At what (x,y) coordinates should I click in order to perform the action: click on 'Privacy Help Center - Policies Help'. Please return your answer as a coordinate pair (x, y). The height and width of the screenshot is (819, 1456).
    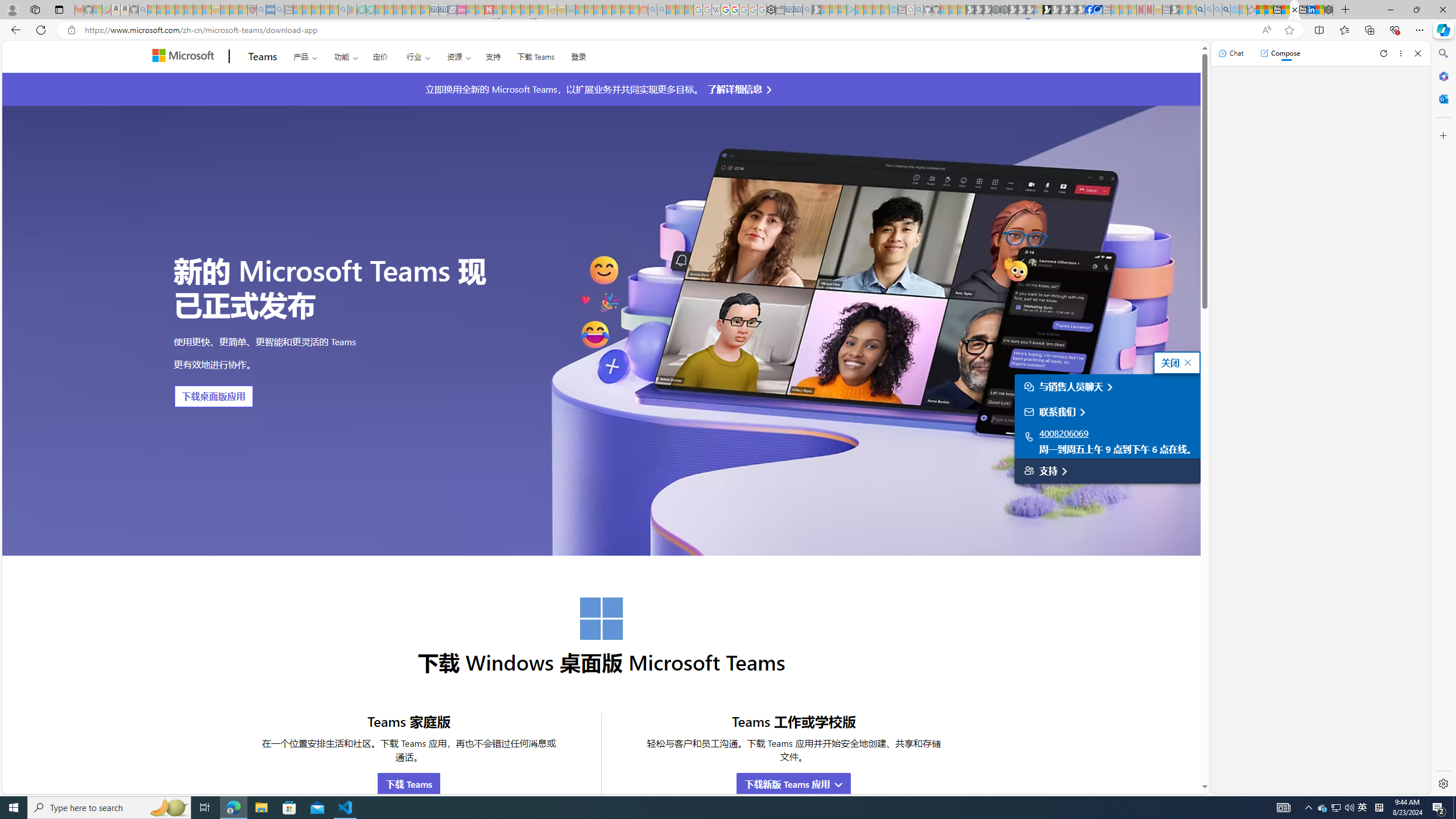
    Looking at the image, I should click on (725, 9).